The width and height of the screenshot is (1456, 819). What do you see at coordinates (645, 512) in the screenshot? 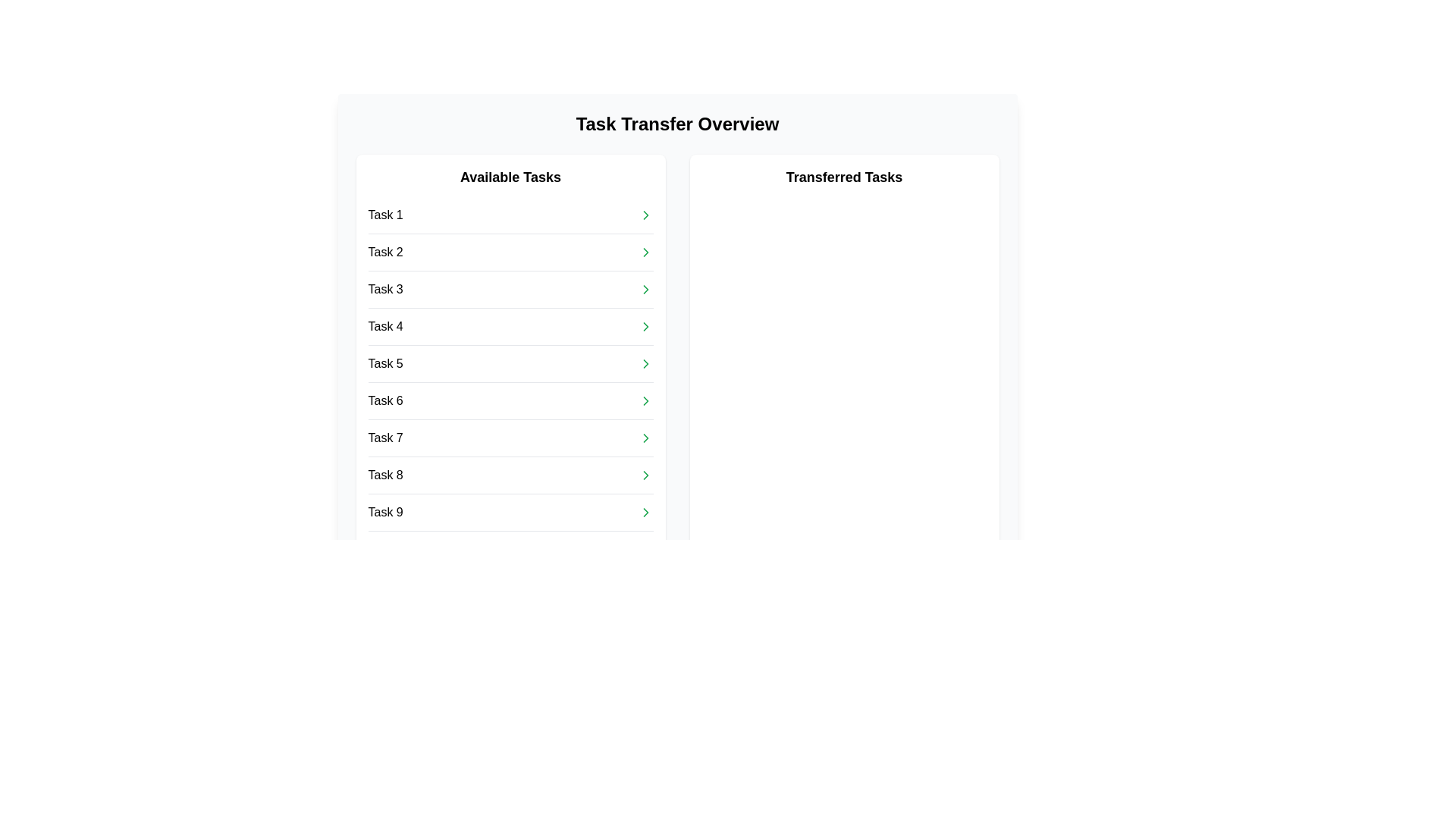
I see `the green right-pointing arrow icon located at the far right of the 'Task 9' row in the 'Available Tasks' list` at bounding box center [645, 512].